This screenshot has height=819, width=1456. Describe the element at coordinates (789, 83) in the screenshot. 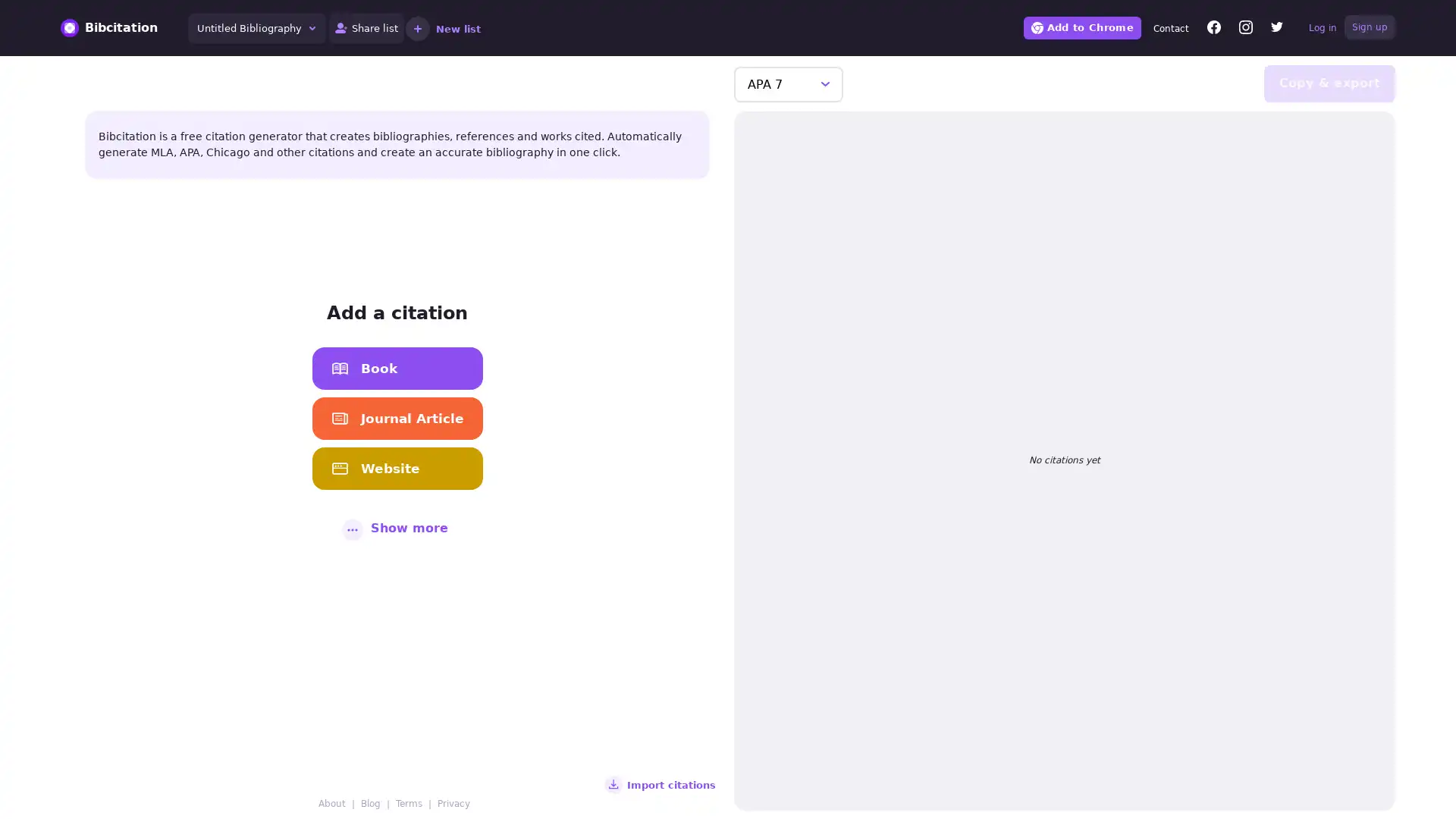

I see `American Psychological Association 7th edition selected, citation style menu` at that location.